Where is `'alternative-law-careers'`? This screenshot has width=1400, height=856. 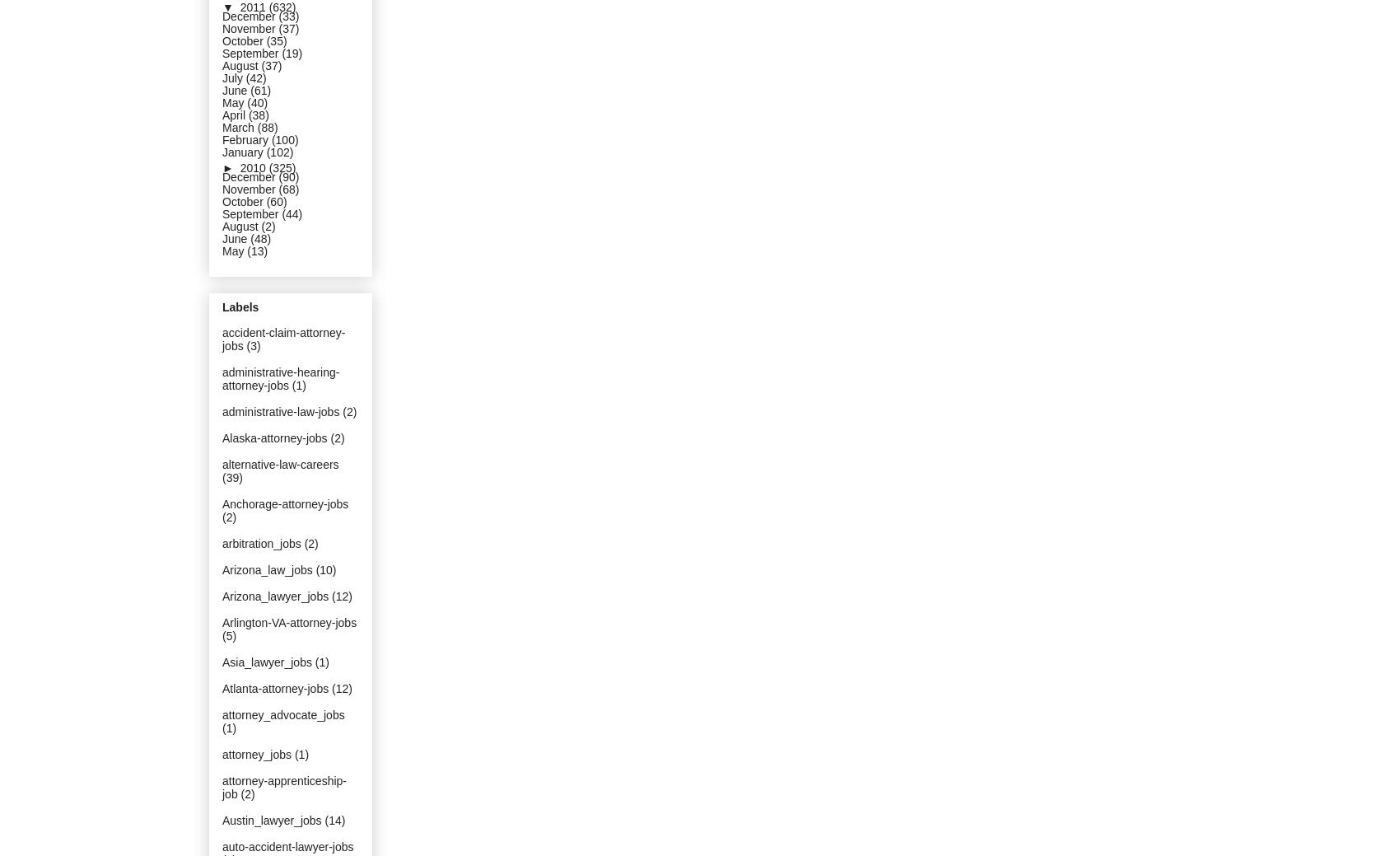
'alternative-law-careers' is located at coordinates (279, 464).